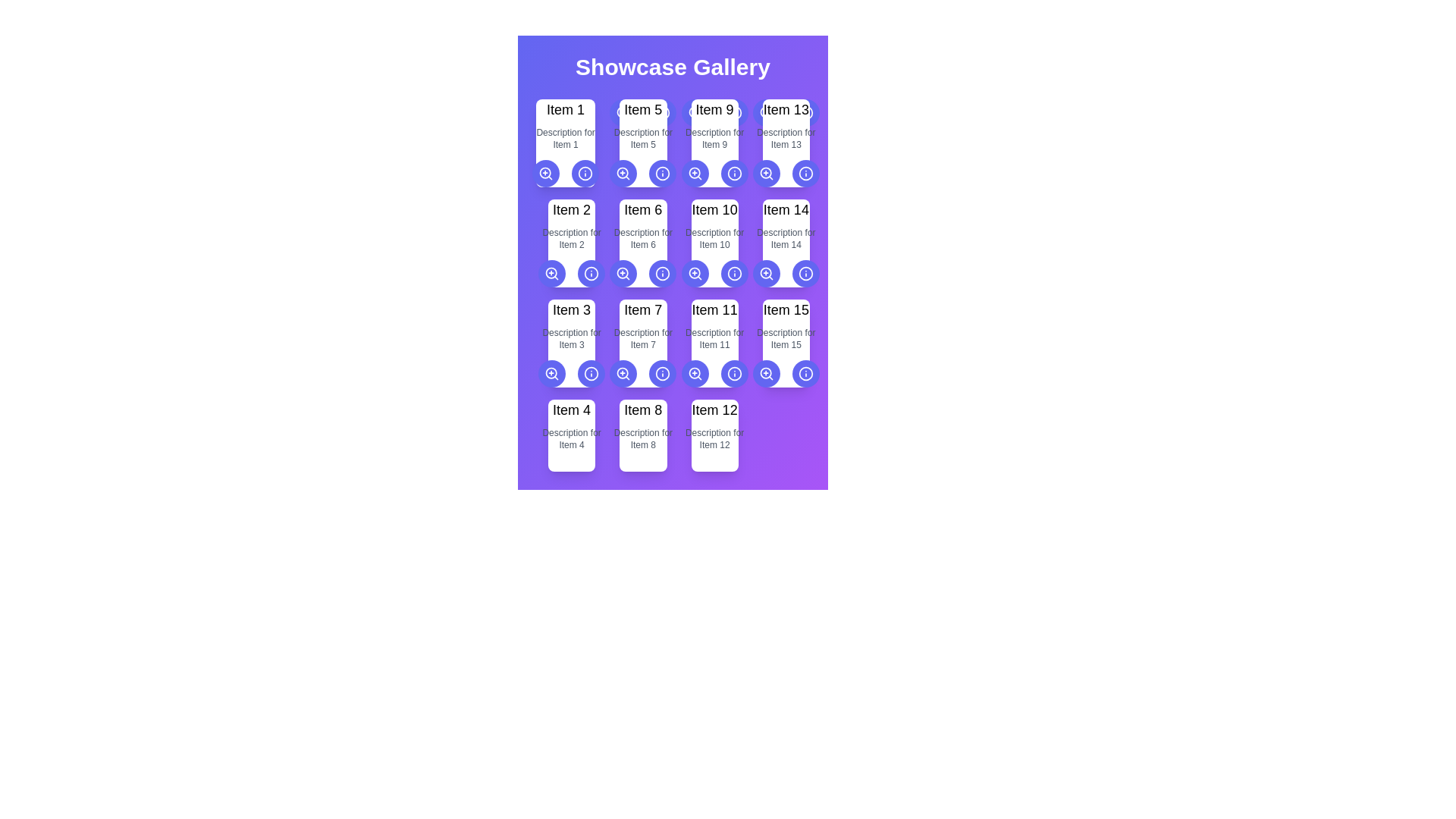 This screenshot has height=819, width=1456. I want to click on the magnifying glass button in the horizontal button group located below the title and description of 'Item 13.', so click(786, 112).